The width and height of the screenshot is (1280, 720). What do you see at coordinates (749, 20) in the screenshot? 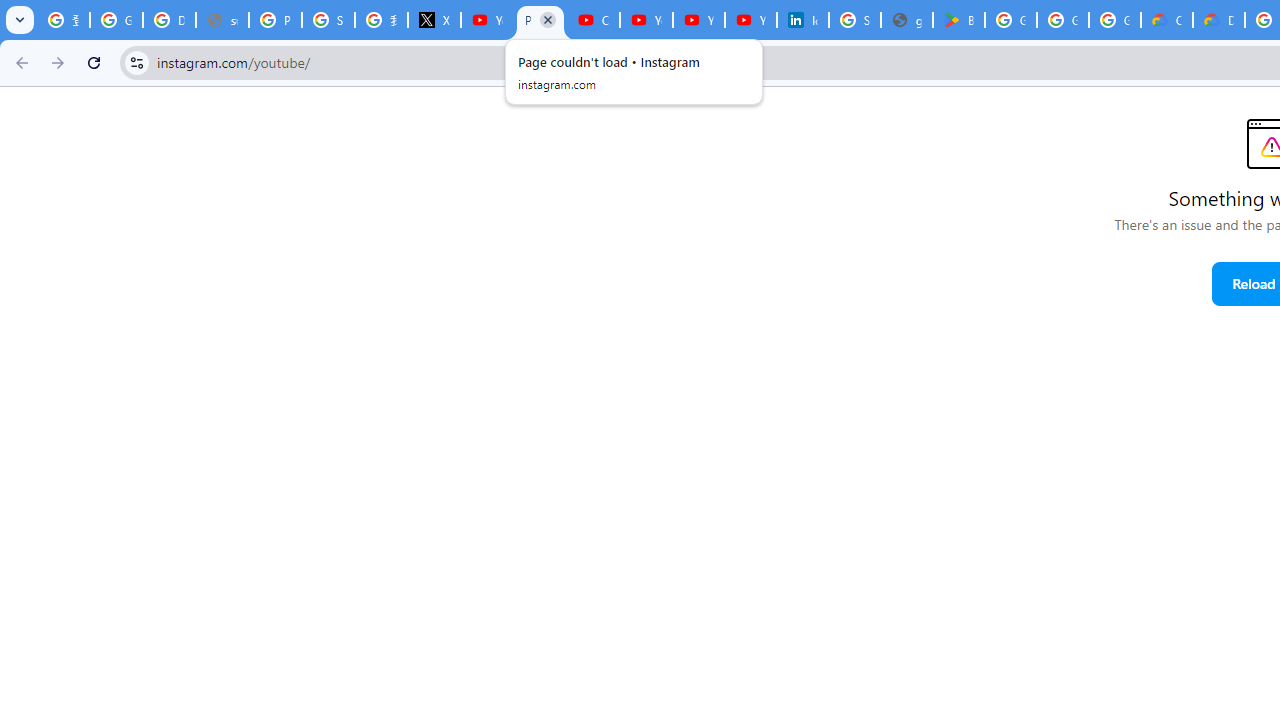
I see `'YouTube Culture & Trends - YouTube Top 10, 2021'` at bounding box center [749, 20].